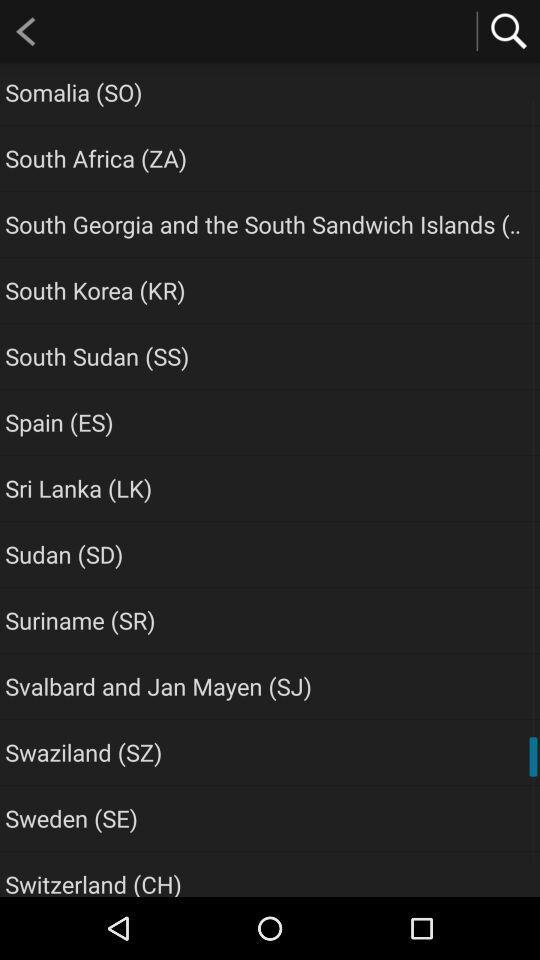  I want to click on spain (es) item, so click(59, 422).